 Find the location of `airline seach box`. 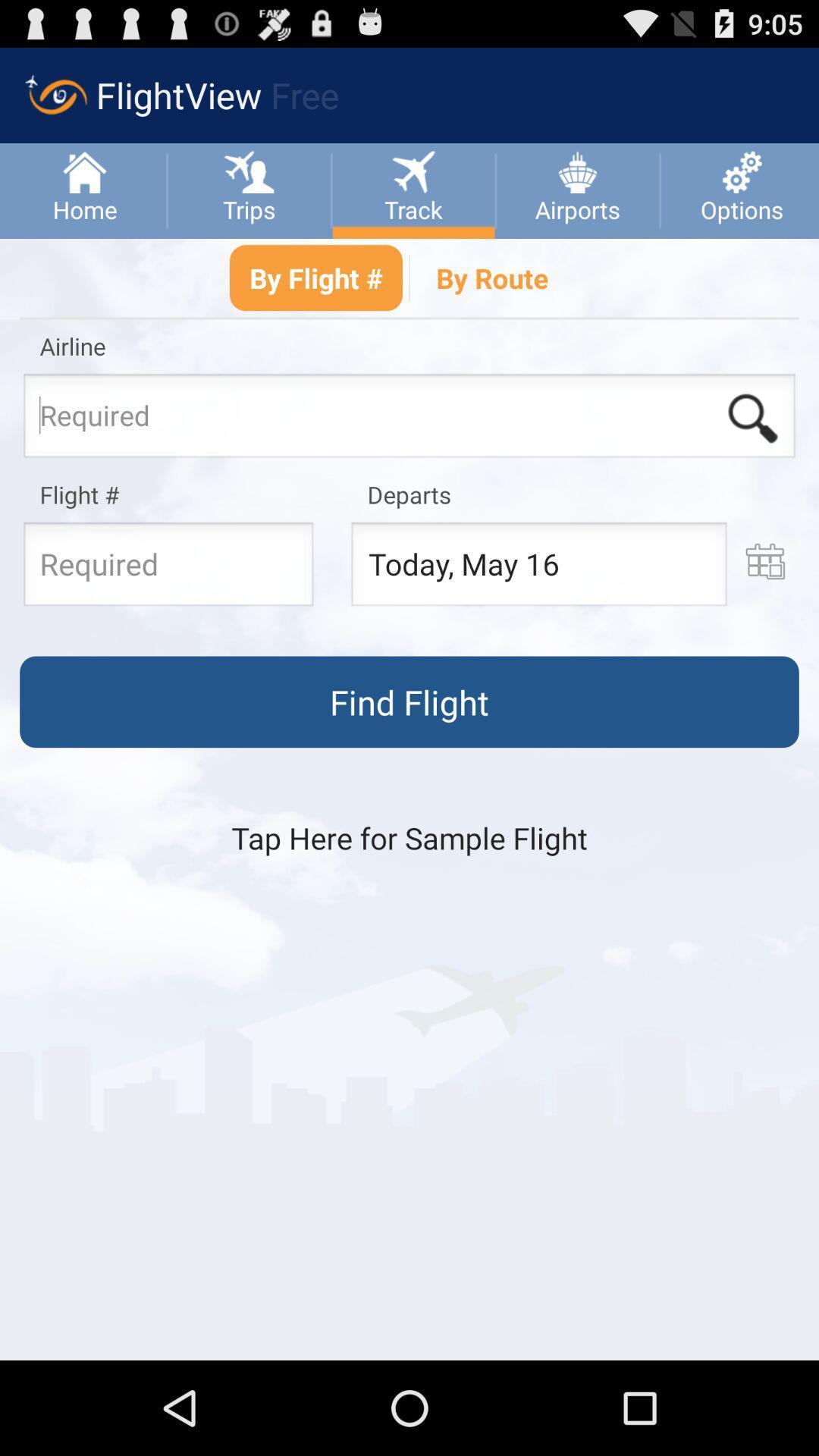

airline seach box is located at coordinates (409, 420).